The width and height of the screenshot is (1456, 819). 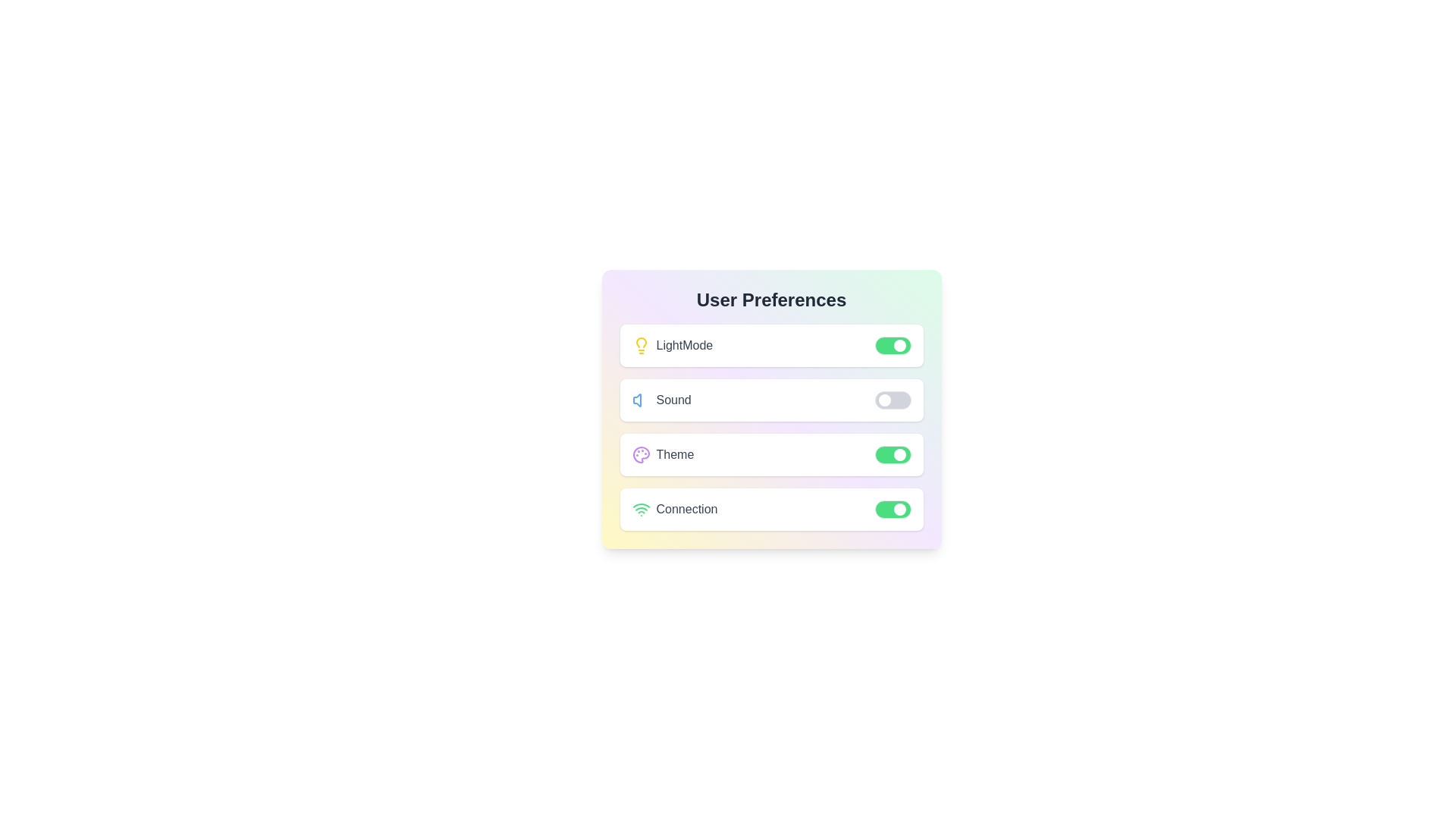 What do you see at coordinates (641, 345) in the screenshot?
I see `the style of the yellow lightbulb icon located to the left of the 'LightMode' text on the user preferences UI` at bounding box center [641, 345].